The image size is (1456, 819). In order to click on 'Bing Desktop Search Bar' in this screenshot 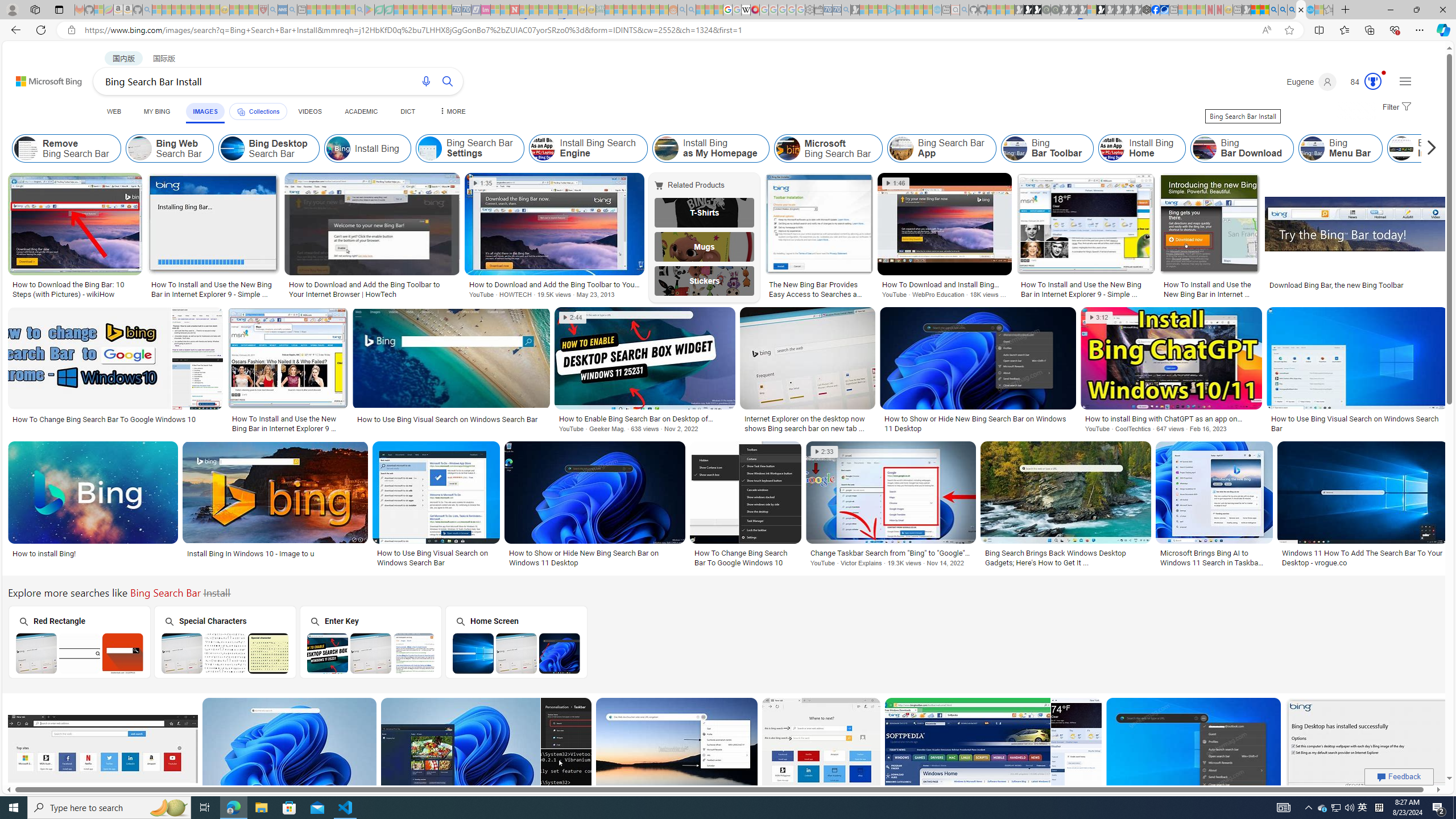, I will do `click(268, 148)`.